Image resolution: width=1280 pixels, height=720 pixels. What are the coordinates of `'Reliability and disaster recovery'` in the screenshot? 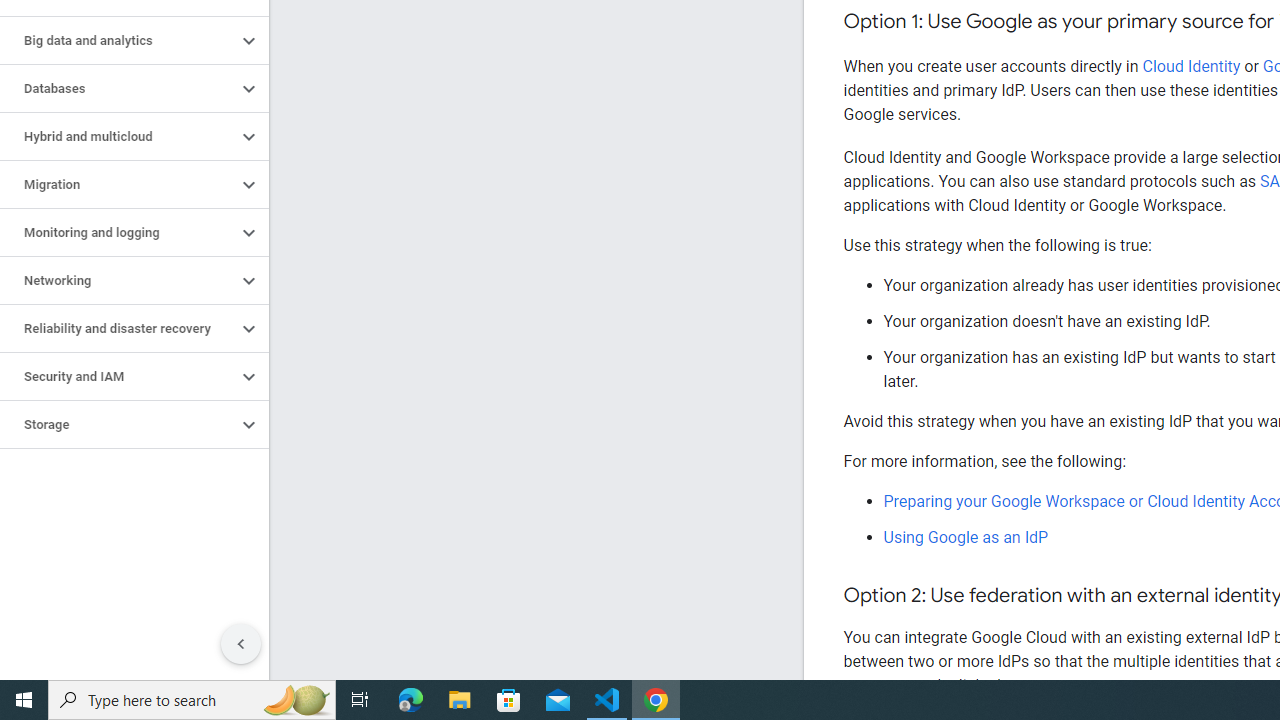 It's located at (117, 328).